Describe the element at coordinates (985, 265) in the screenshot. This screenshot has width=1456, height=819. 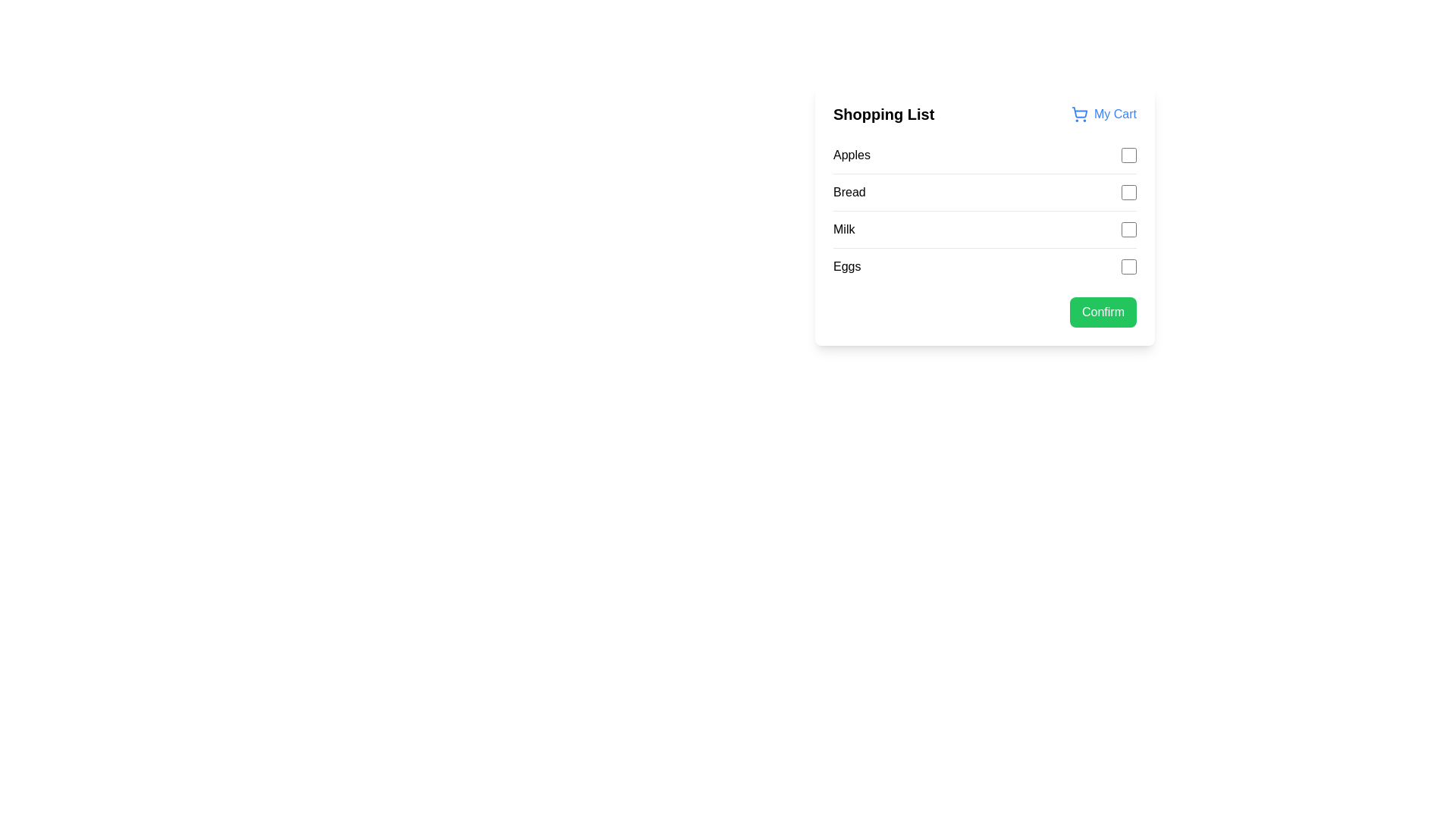
I see `the list item labeled 'Eggs' in the 'Shopping List' card, which is the fourth item in the vertical list` at that location.